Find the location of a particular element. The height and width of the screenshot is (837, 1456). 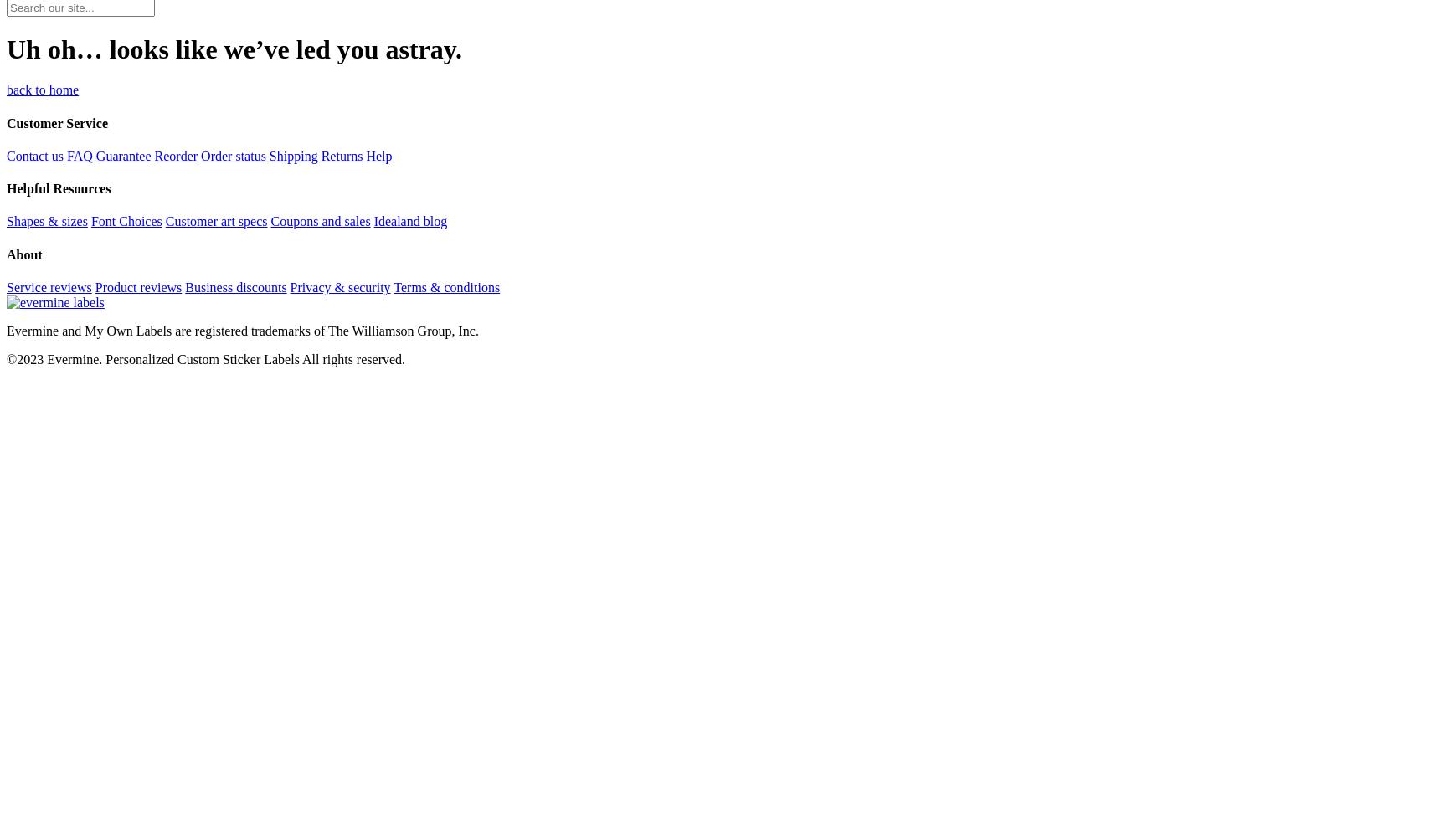

'Customer art specs' is located at coordinates (215, 221).